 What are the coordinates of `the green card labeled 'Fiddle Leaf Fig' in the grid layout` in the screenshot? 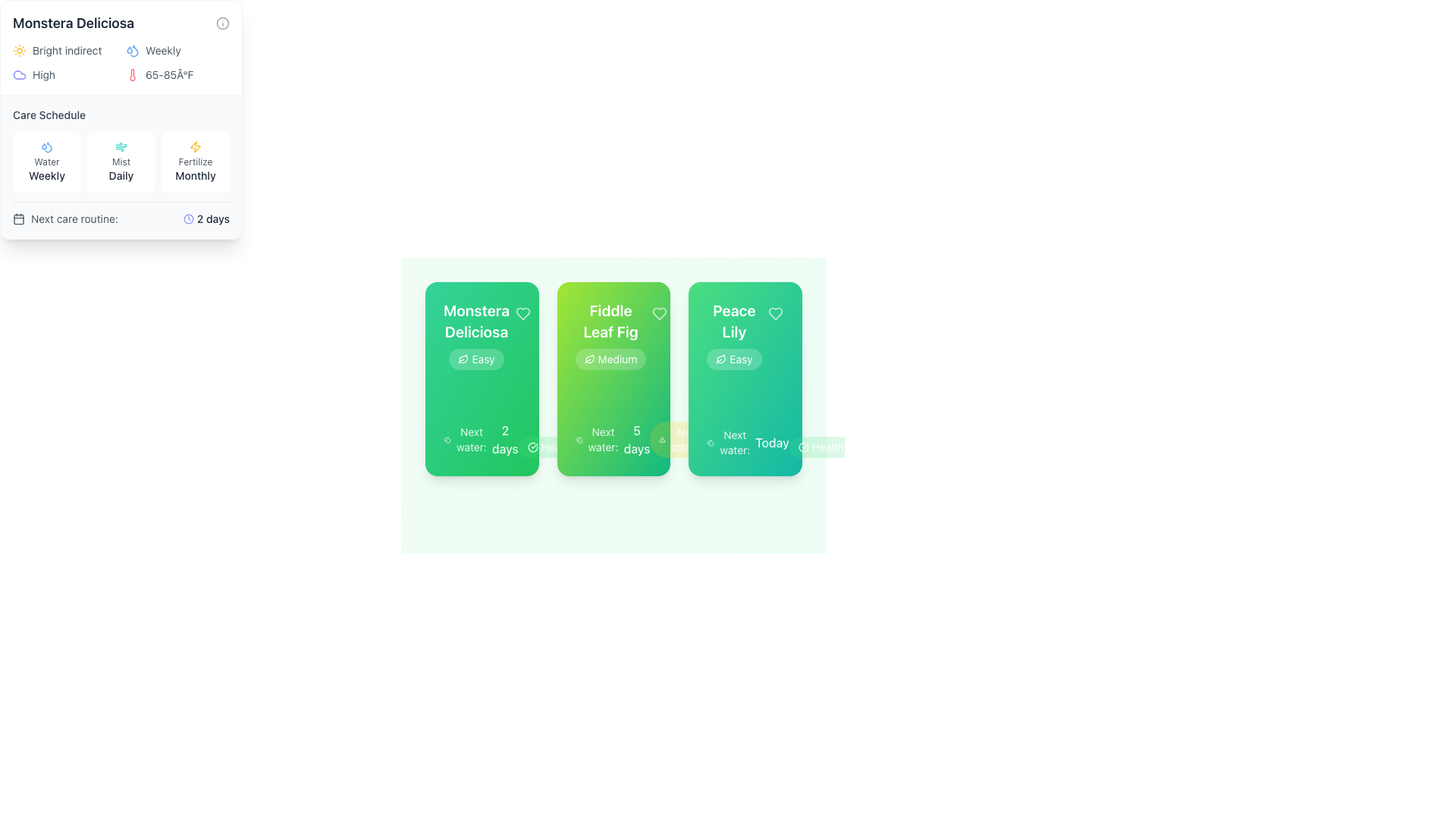 It's located at (613, 378).